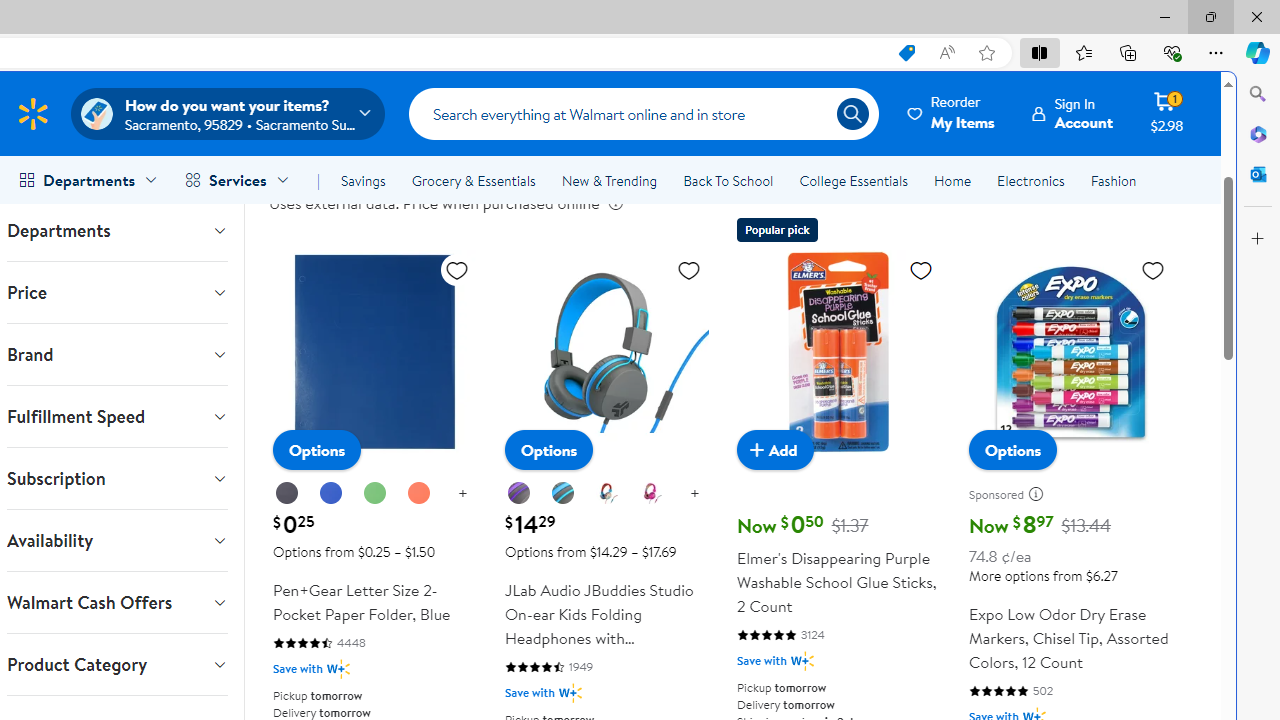 This screenshot has width=1280, height=720. Describe the element at coordinates (417, 493) in the screenshot. I see `'Orange'` at that location.